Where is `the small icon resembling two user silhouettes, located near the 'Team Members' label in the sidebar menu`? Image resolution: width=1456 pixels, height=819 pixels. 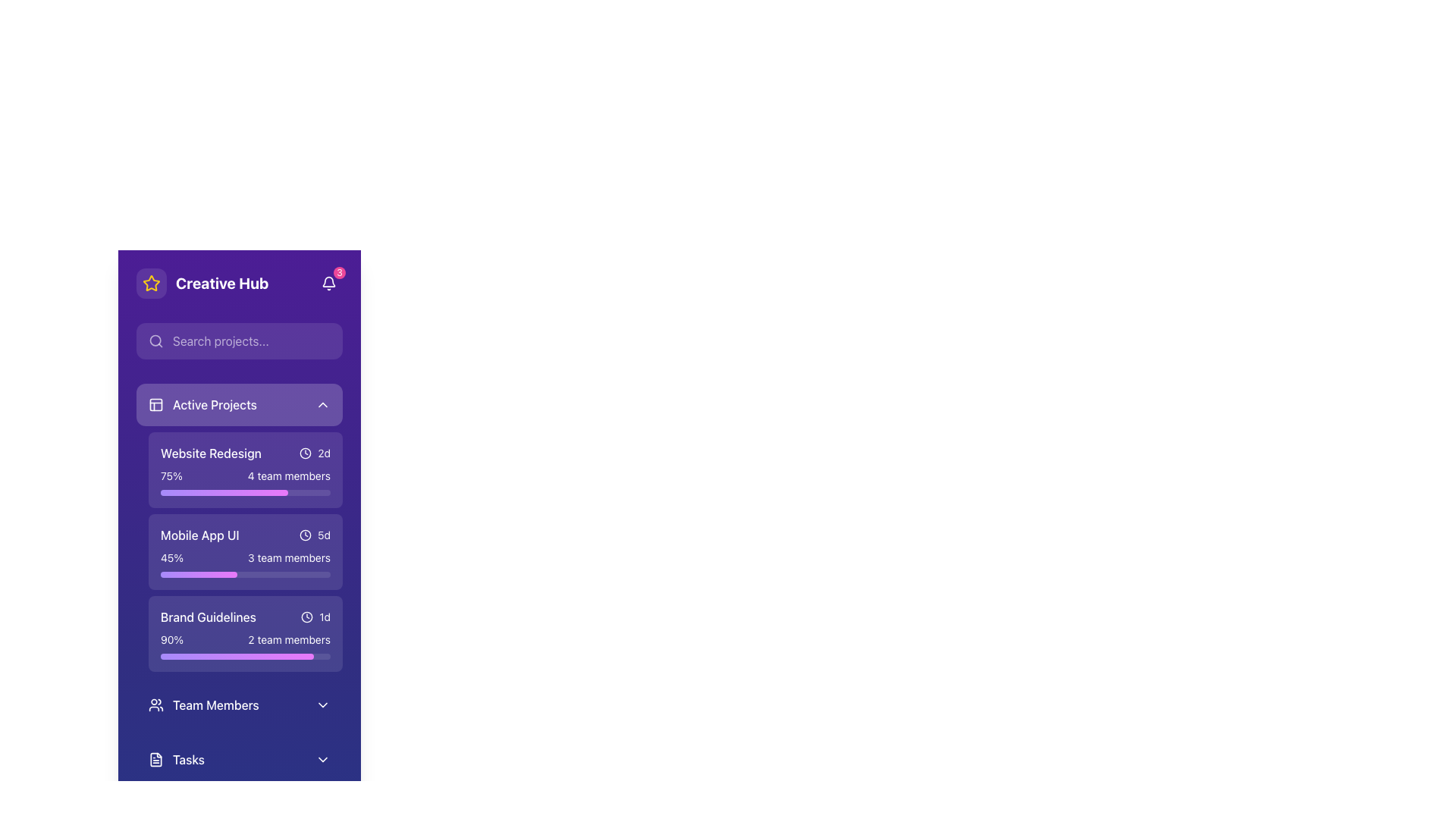 the small icon resembling two user silhouettes, located near the 'Team Members' label in the sidebar menu is located at coordinates (156, 704).